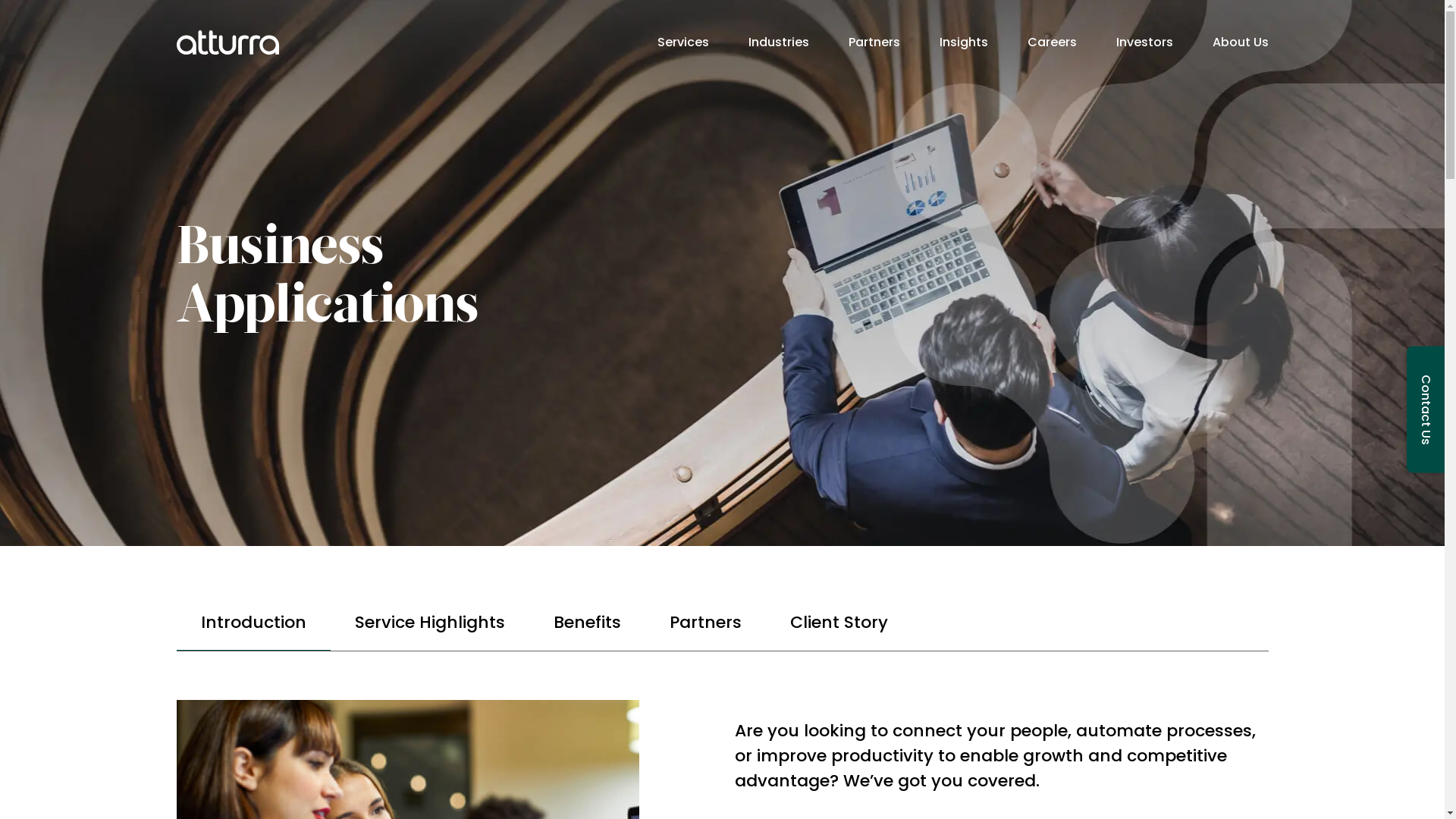  Describe the element at coordinates (1240, 42) in the screenshot. I see `'About Us'` at that location.